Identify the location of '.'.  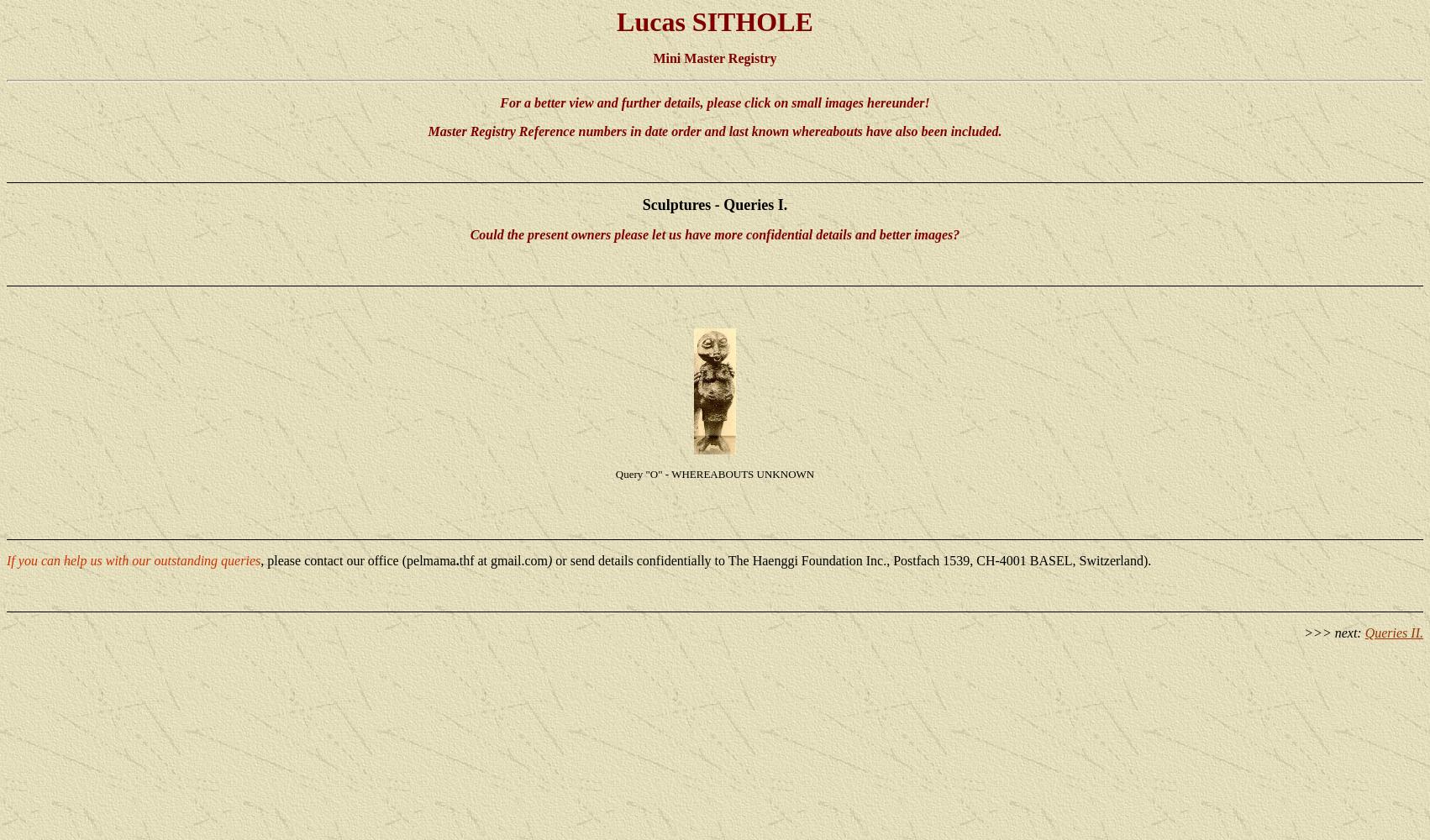
(455, 560).